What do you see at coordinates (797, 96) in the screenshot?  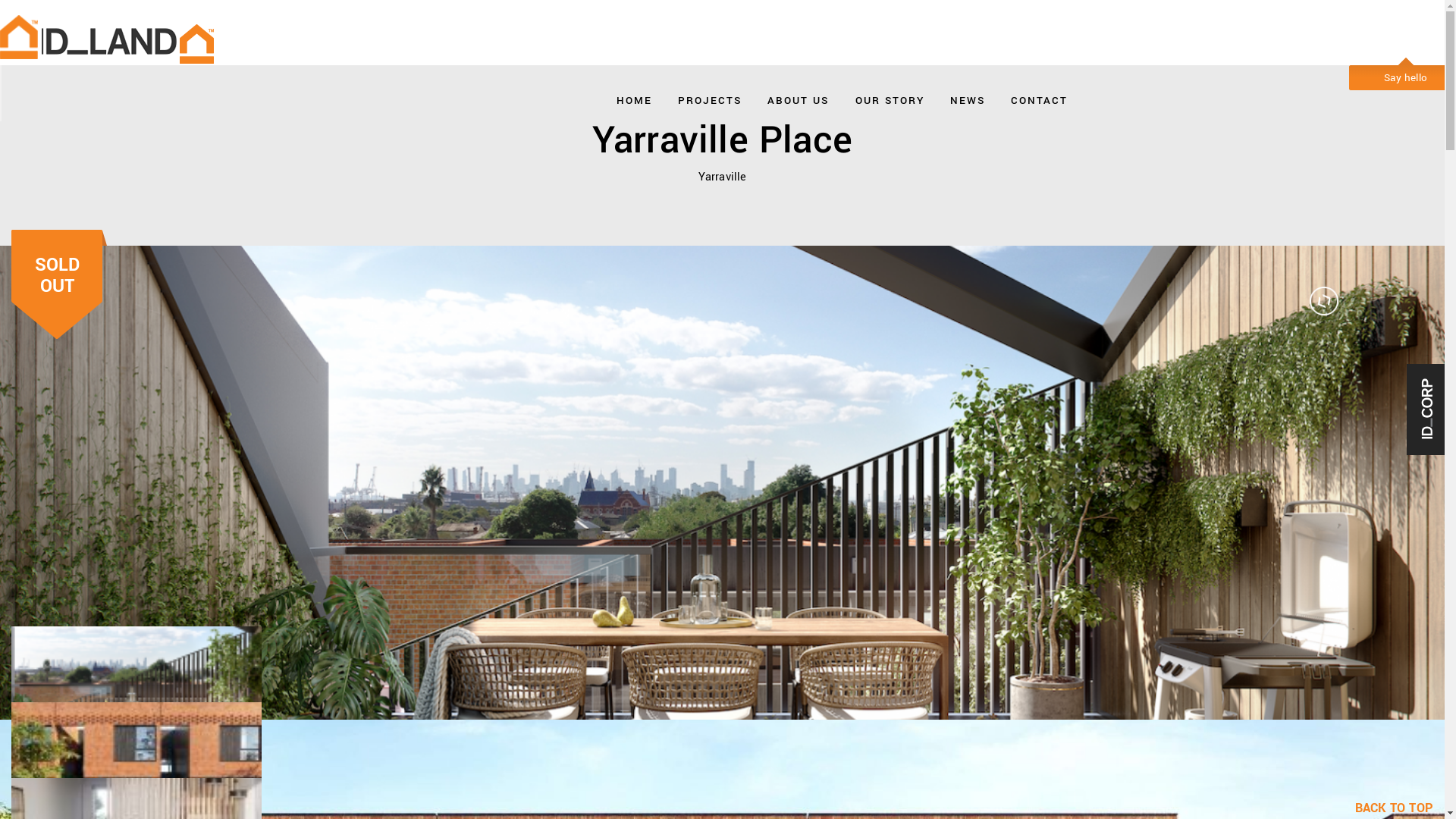 I see `'ABOUT US'` at bounding box center [797, 96].